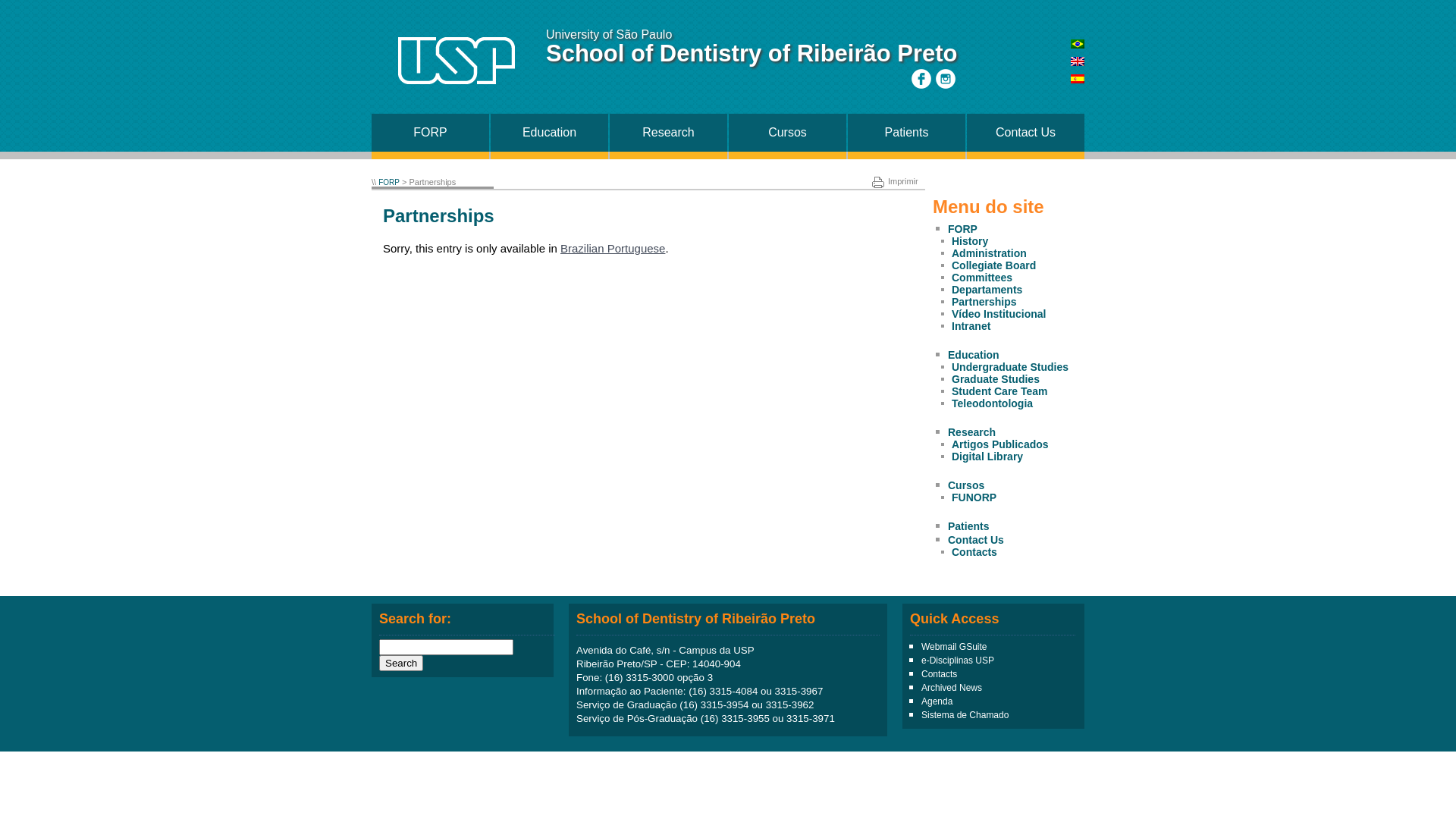  I want to click on 'FUNORP', so click(950, 497).